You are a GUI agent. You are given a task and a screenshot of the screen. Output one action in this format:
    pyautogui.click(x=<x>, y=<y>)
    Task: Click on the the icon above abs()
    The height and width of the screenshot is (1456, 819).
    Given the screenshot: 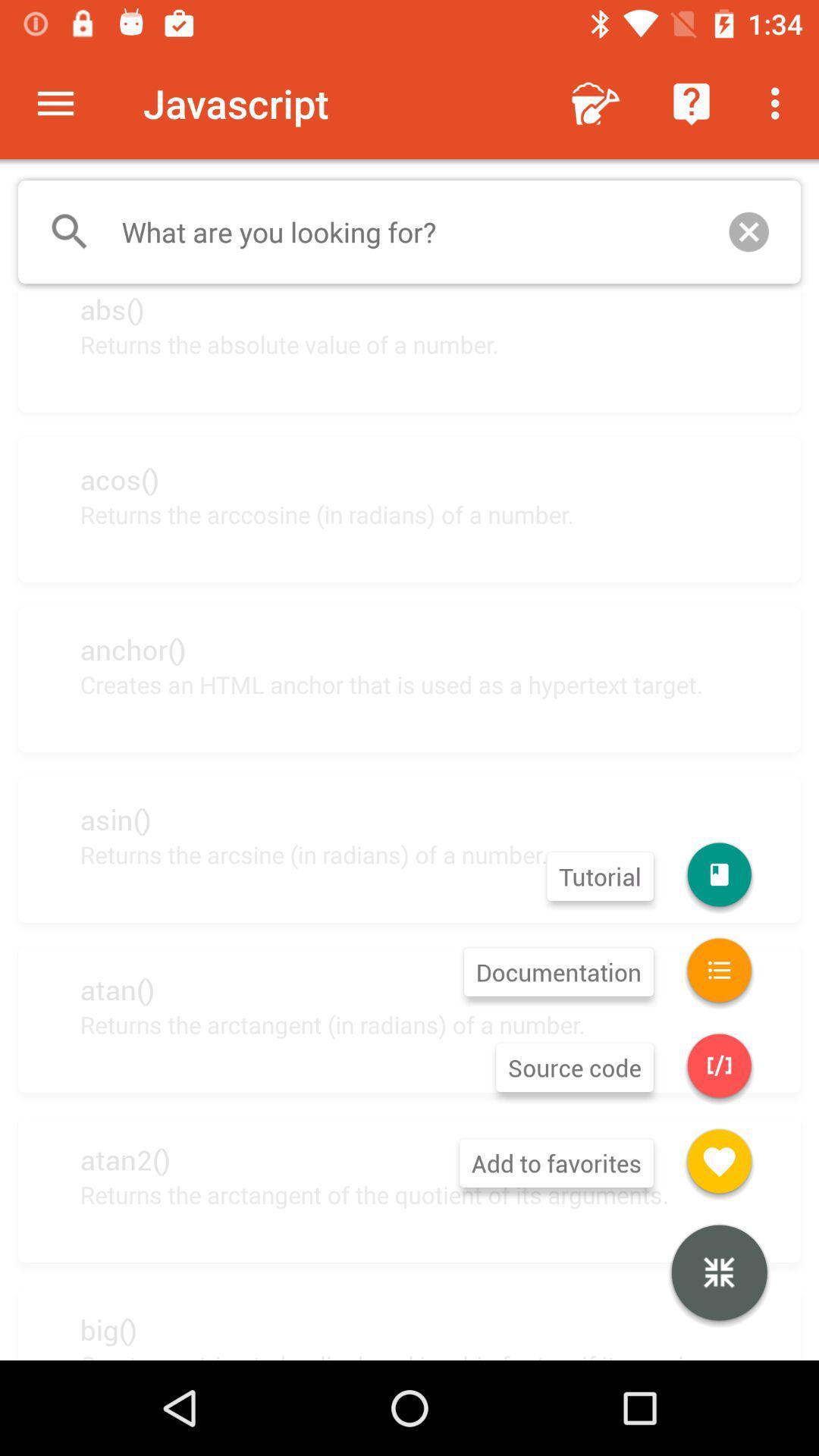 What is the action you would take?
    pyautogui.click(x=409, y=231)
    